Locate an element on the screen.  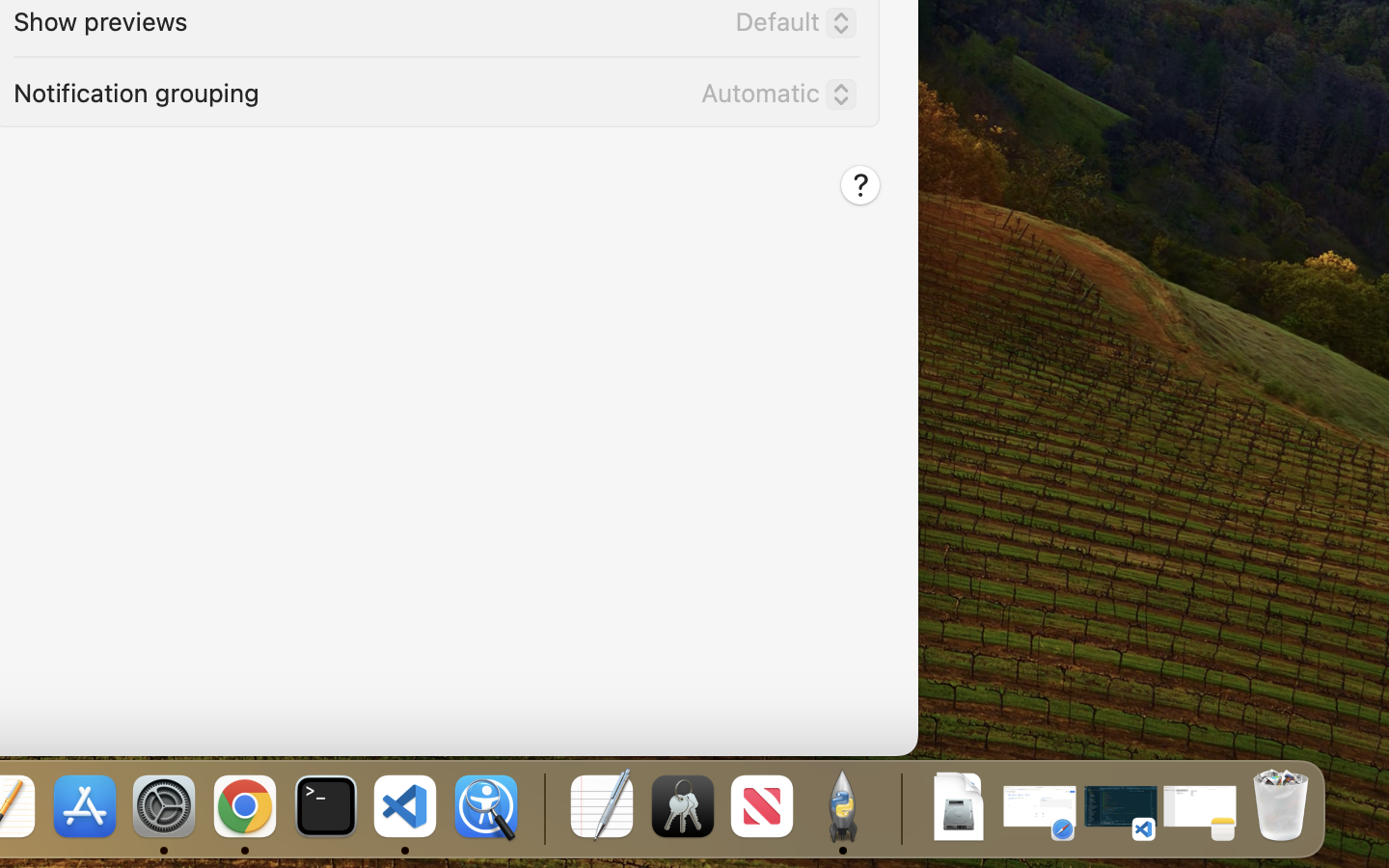
'Default' is located at coordinates (788, 25).